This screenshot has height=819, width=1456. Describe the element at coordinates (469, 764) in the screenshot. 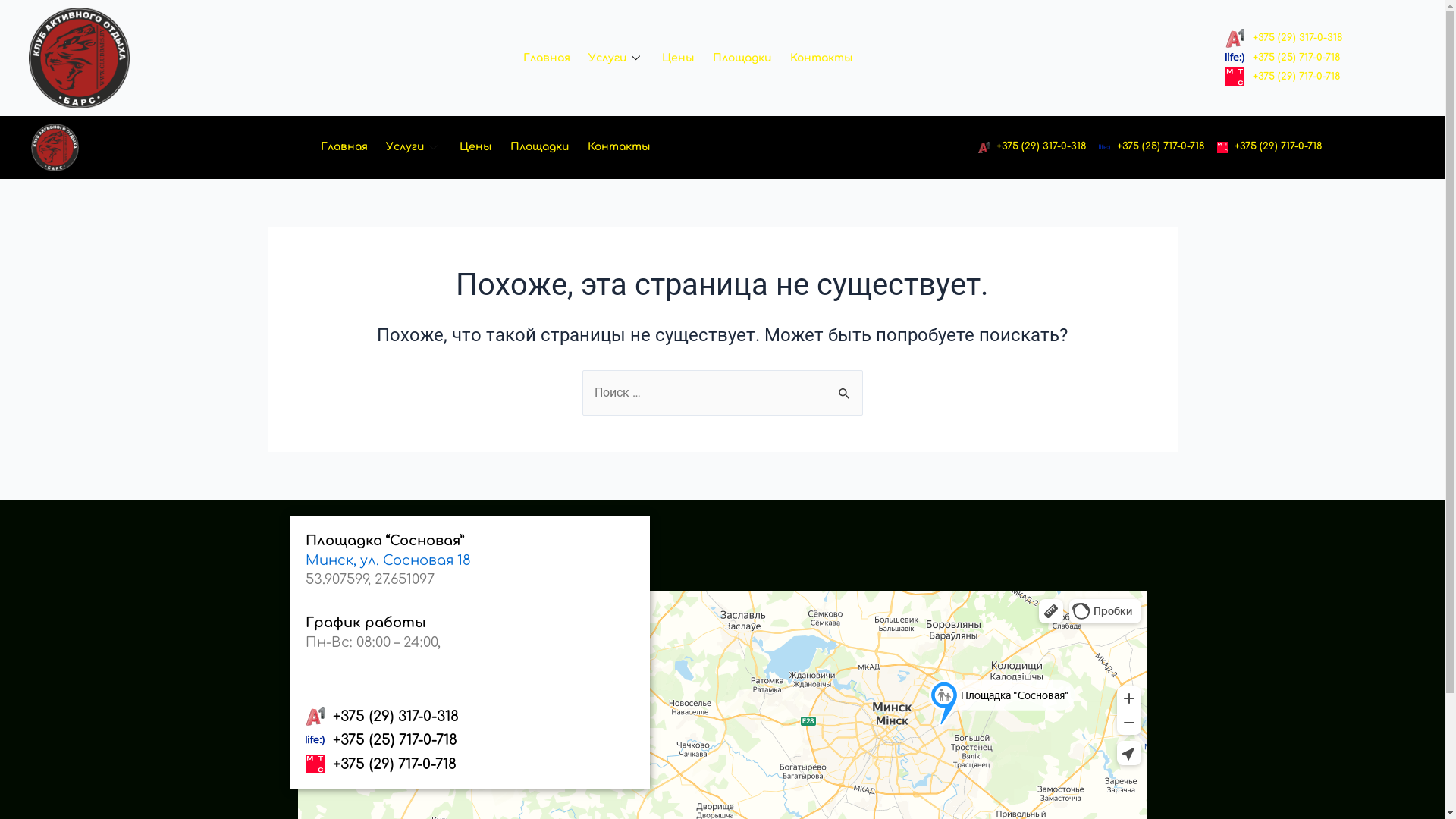

I see `'+375 (29) 717-0-718'` at that location.